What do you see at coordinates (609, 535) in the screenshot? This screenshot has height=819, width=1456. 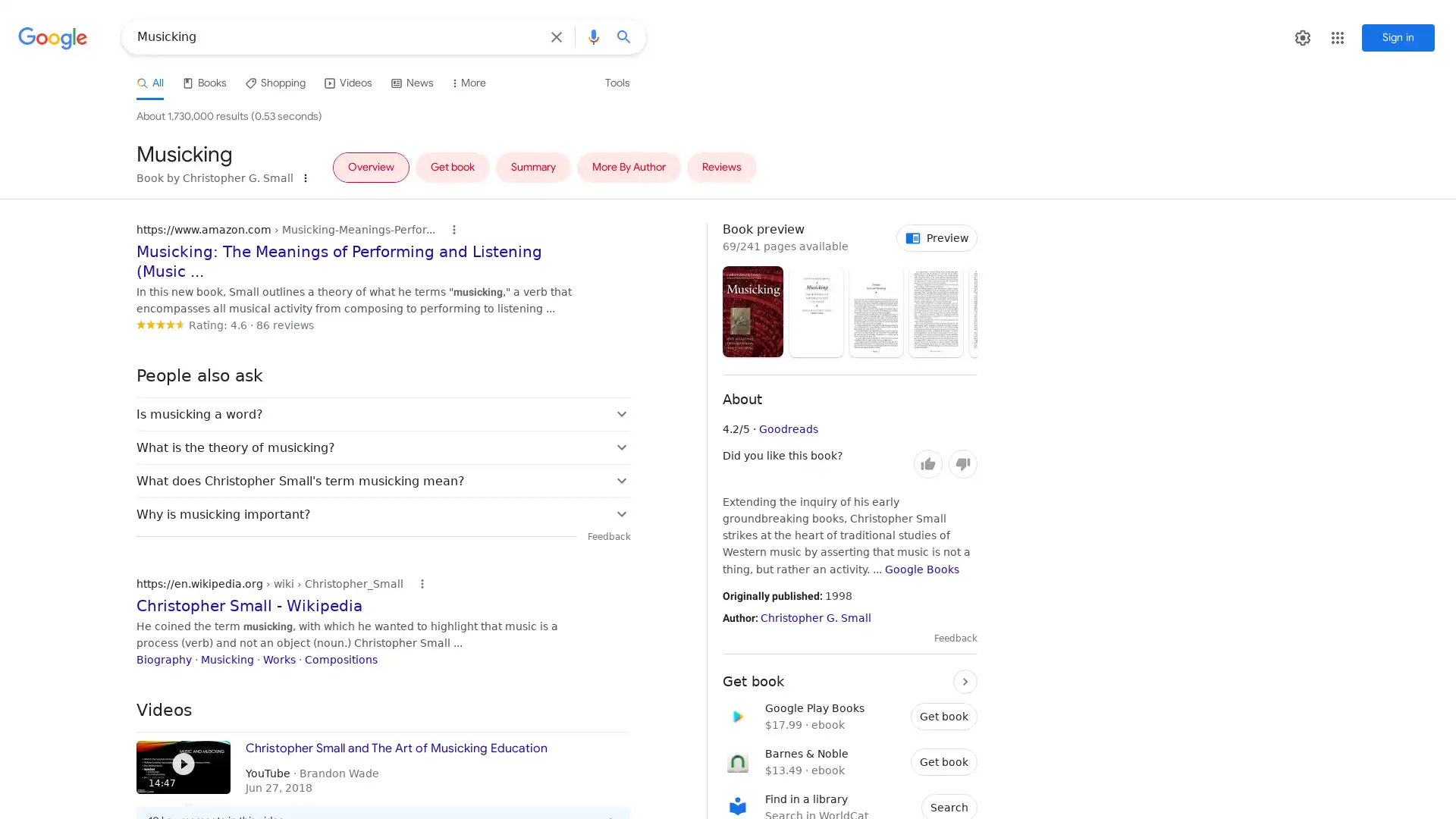 I see `Feedback` at bounding box center [609, 535].